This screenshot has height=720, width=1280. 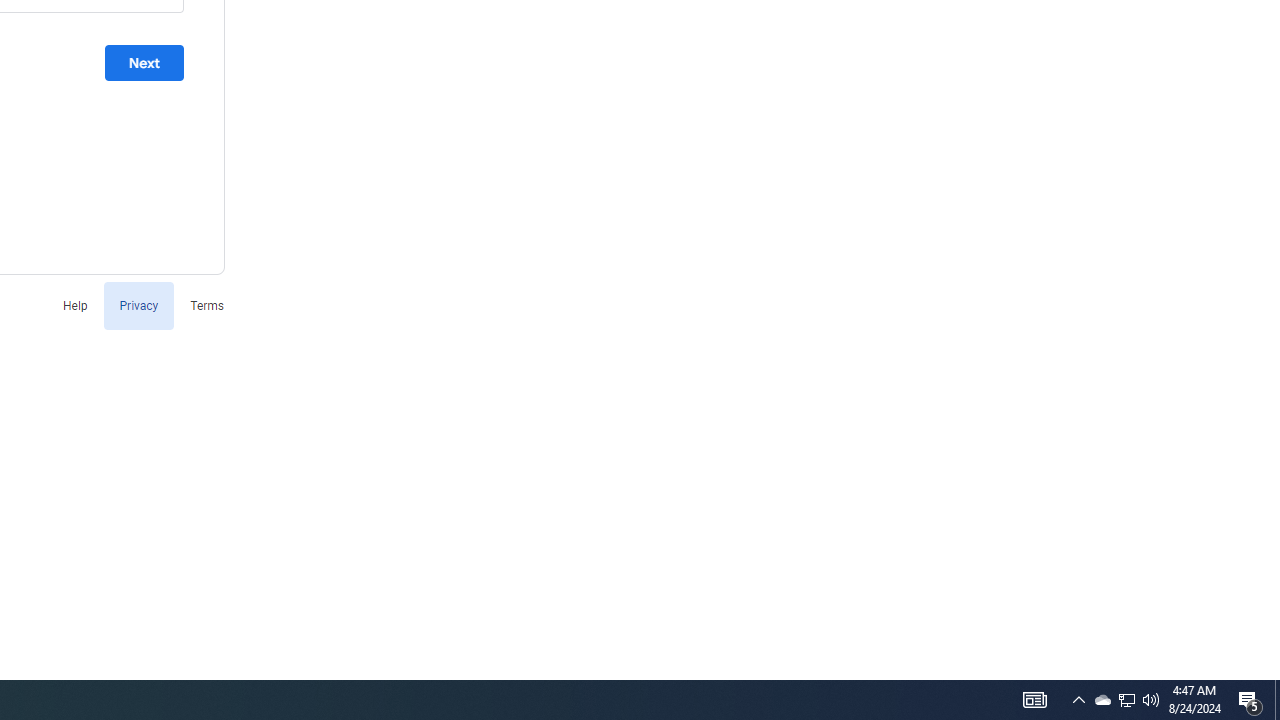 I want to click on 'Help', so click(x=74, y=305).